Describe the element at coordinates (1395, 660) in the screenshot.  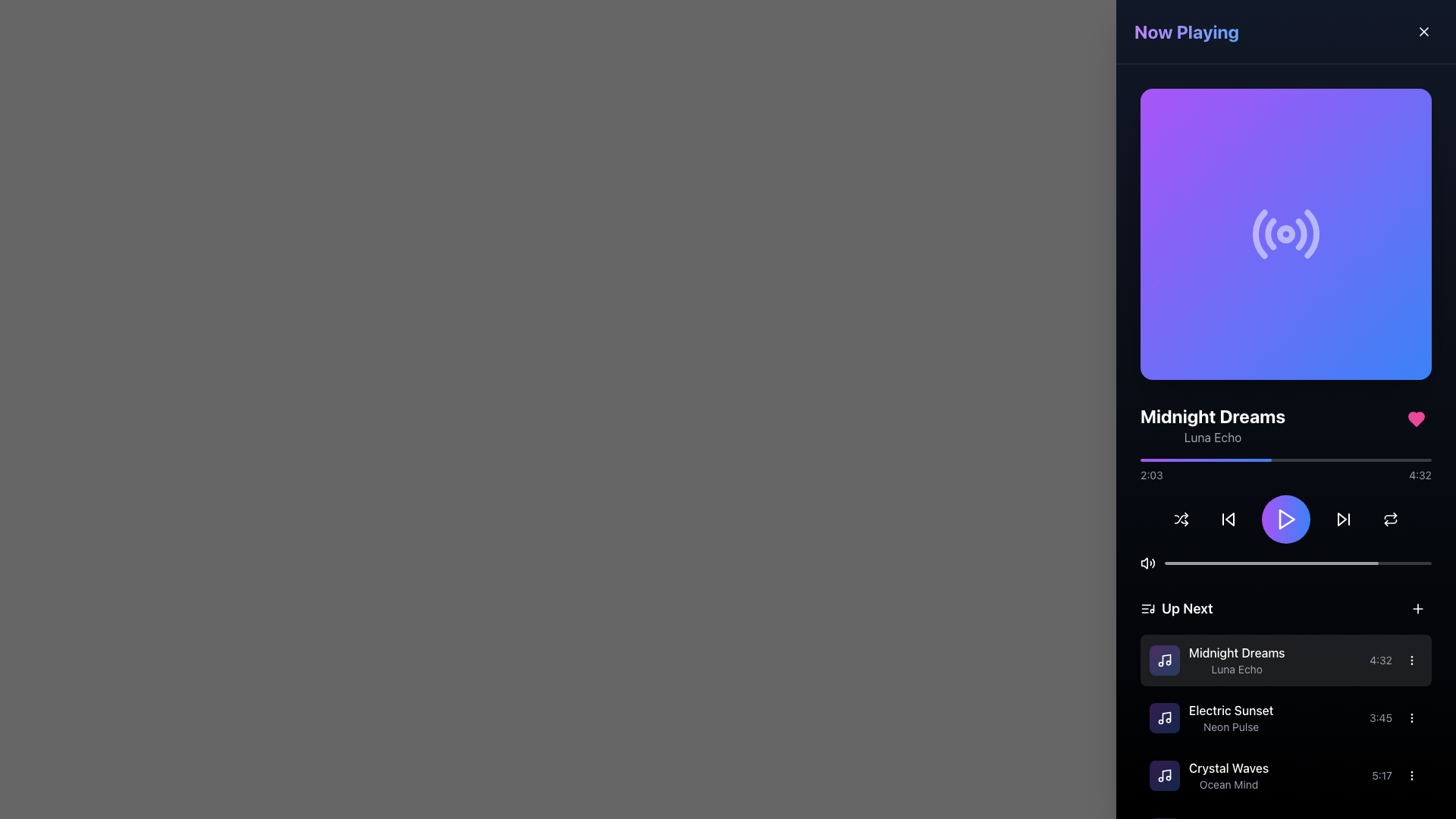
I see `the Text label displaying '4:32', which is located to the right of the song title 'Midnight Dreams' by 'Luna Echo' and to the immediate left of a vertical ellipsis icon` at that location.